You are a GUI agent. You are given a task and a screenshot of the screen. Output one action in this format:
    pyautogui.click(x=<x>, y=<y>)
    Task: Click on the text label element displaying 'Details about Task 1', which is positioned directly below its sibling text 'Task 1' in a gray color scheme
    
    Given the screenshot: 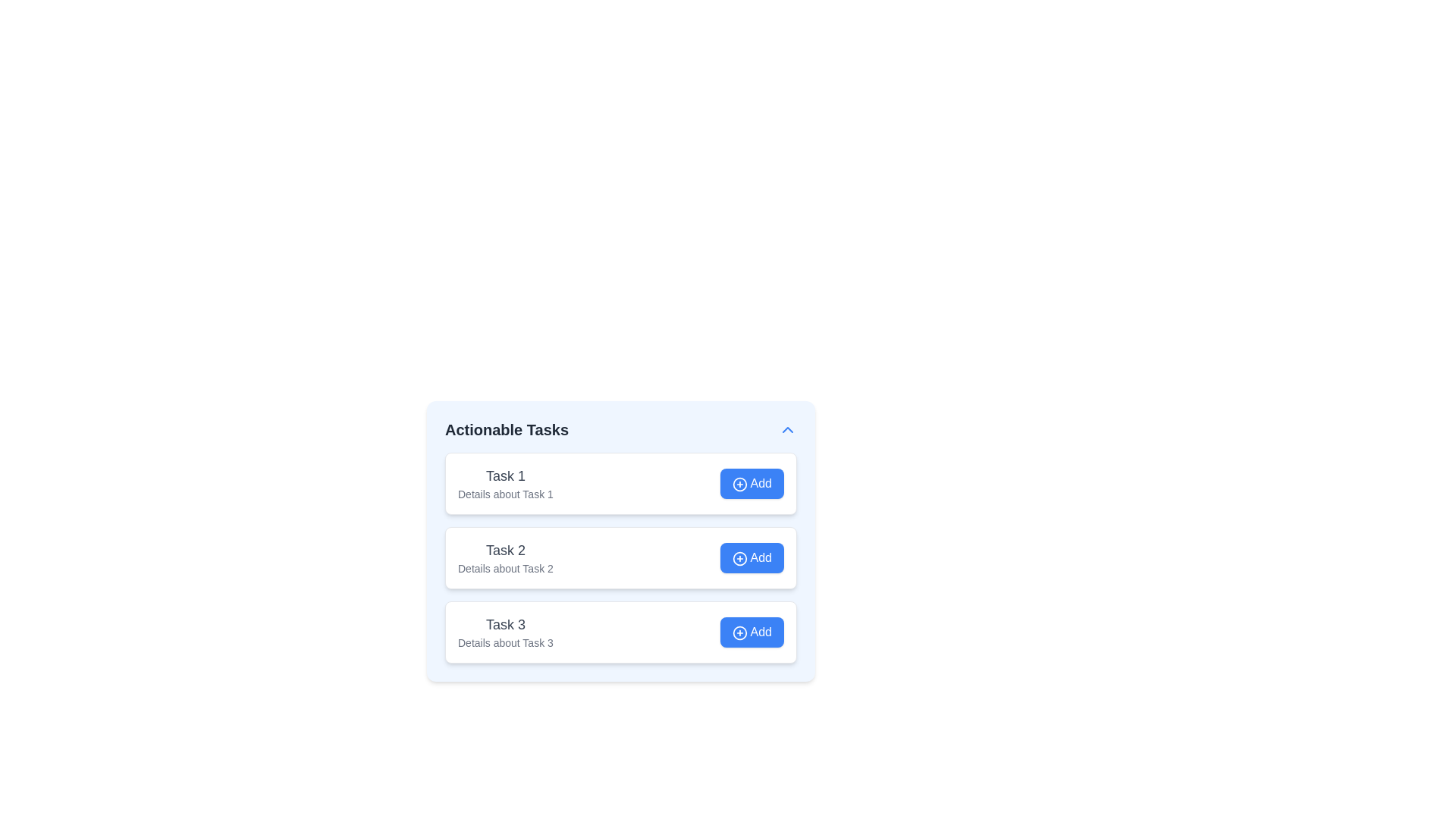 What is the action you would take?
    pyautogui.click(x=505, y=494)
    